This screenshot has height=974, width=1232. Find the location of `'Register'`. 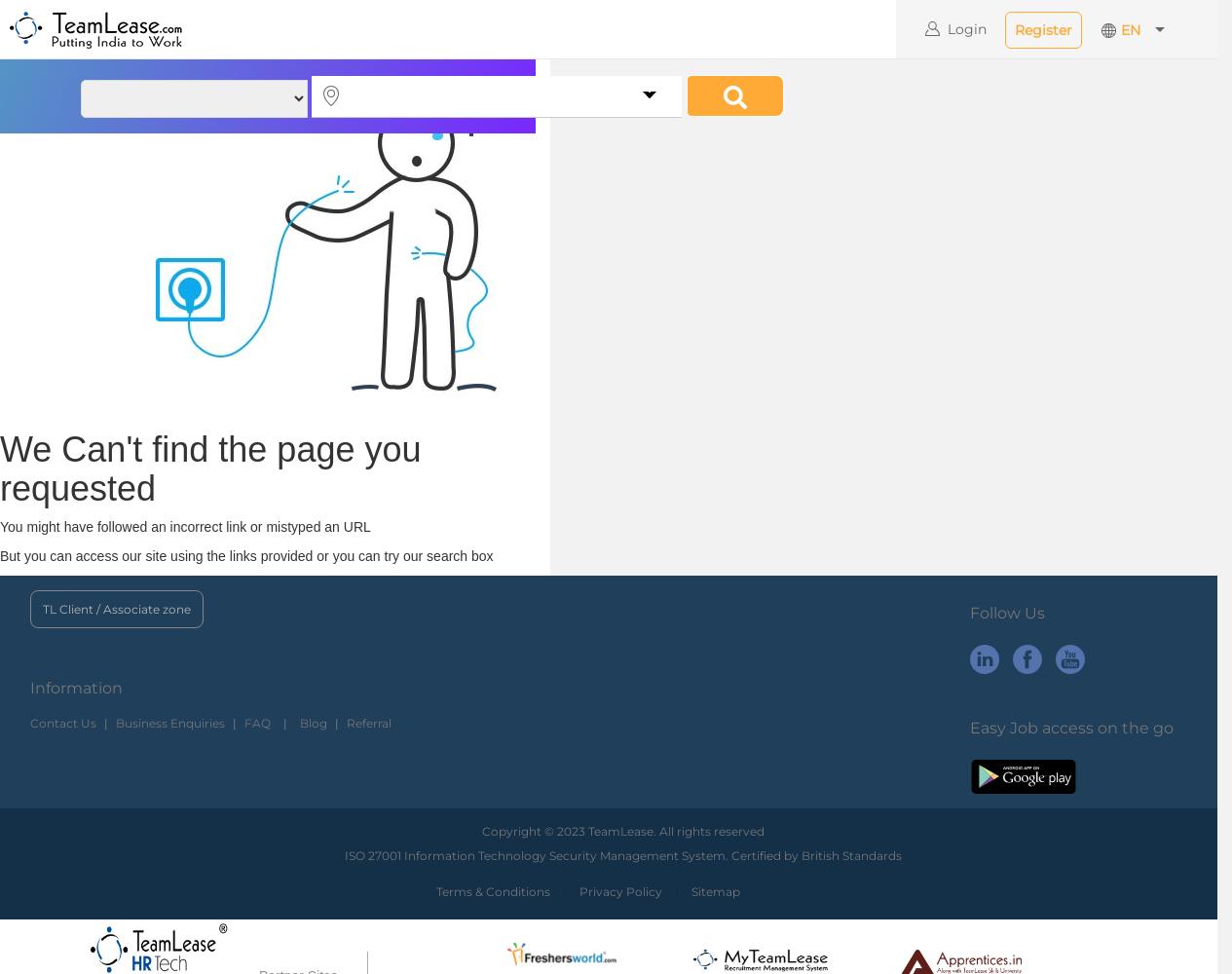

'Register' is located at coordinates (1042, 30).